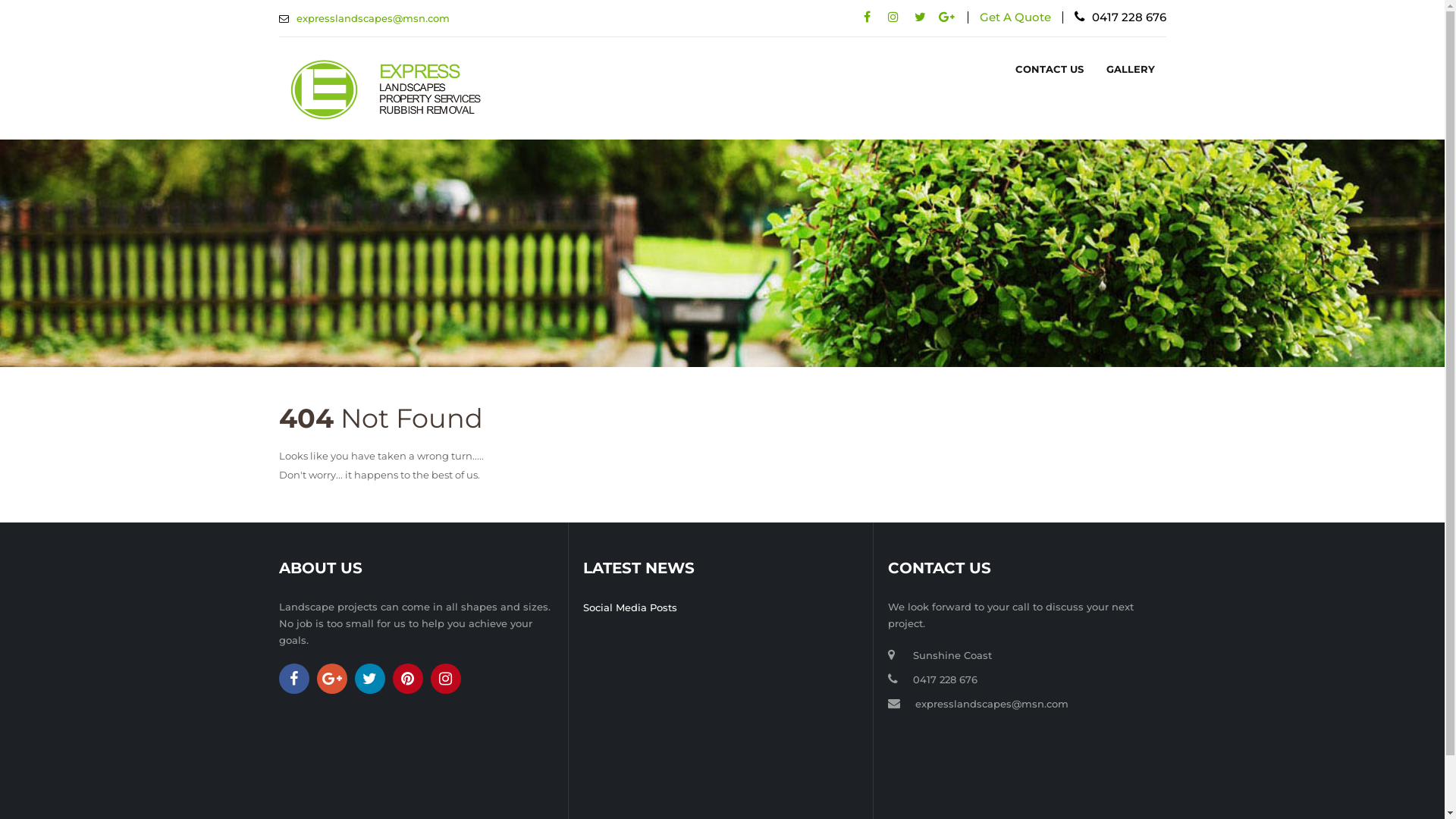 This screenshot has height=819, width=1456. I want to click on 'GALLERY', so click(1131, 69).